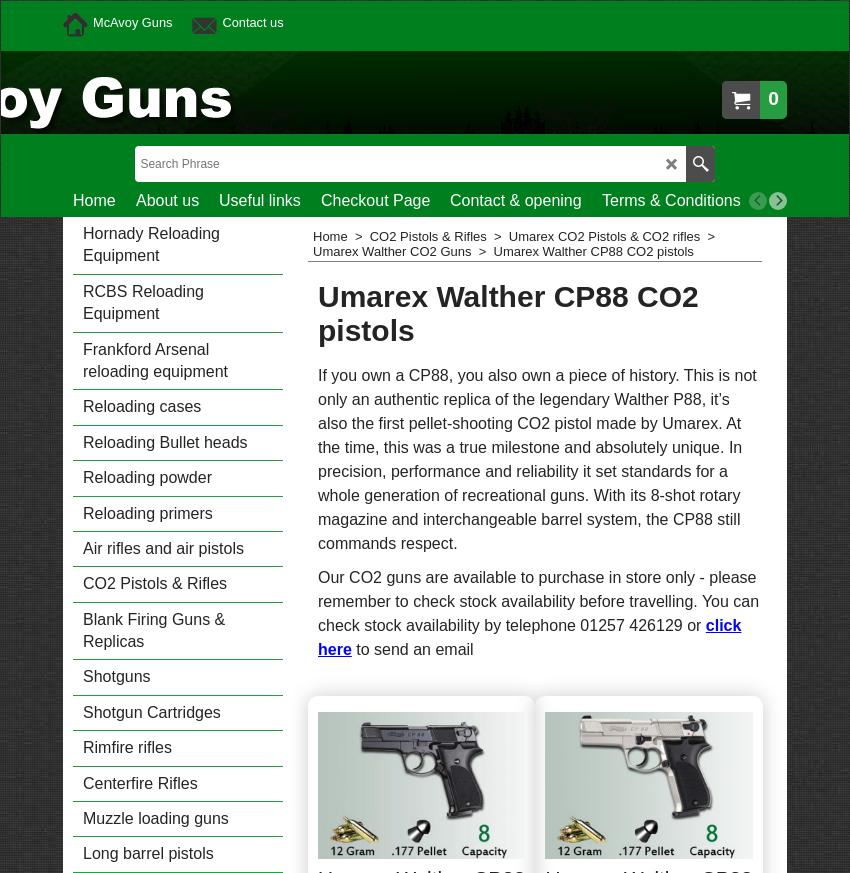 This screenshot has height=873, width=850. Describe the element at coordinates (142, 405) in the screenshot. I see `'Reloading cases'` at that location.